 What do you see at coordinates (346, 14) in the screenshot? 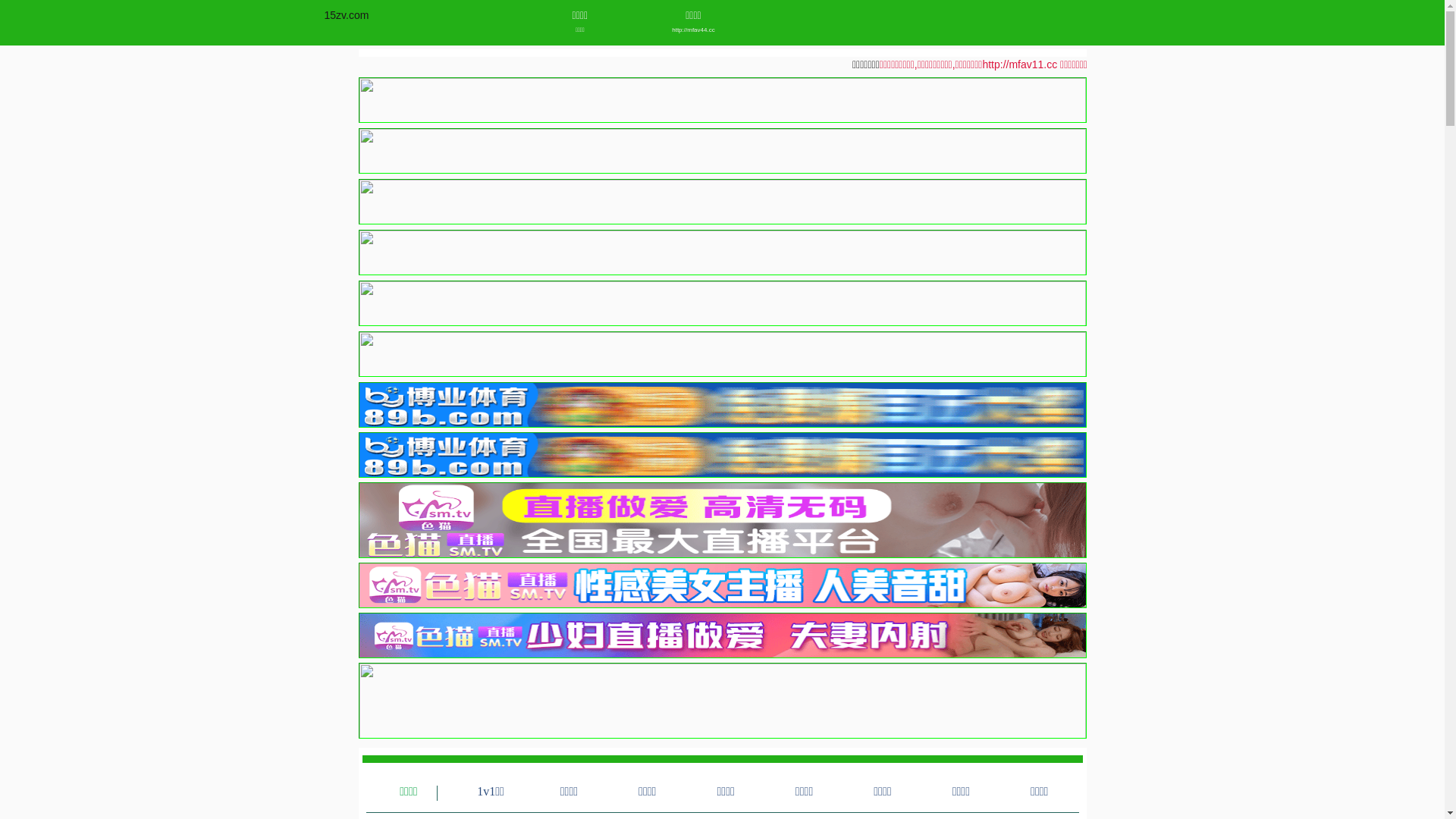
I see `'15zv.com'` at bounding box center [346, 14].